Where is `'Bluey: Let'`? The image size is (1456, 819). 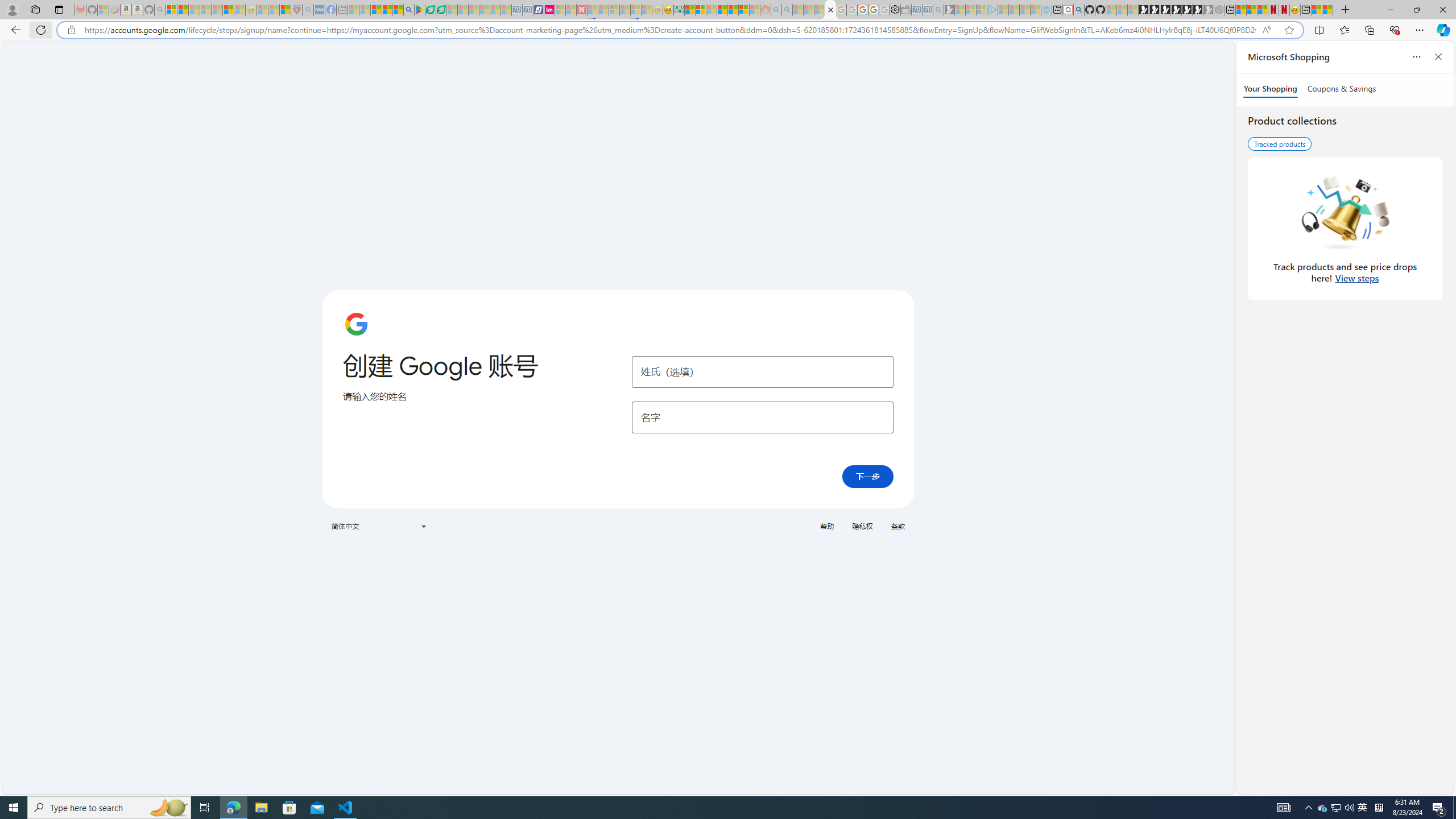 'Bluey: Let' is located at coordinates (419, 9).